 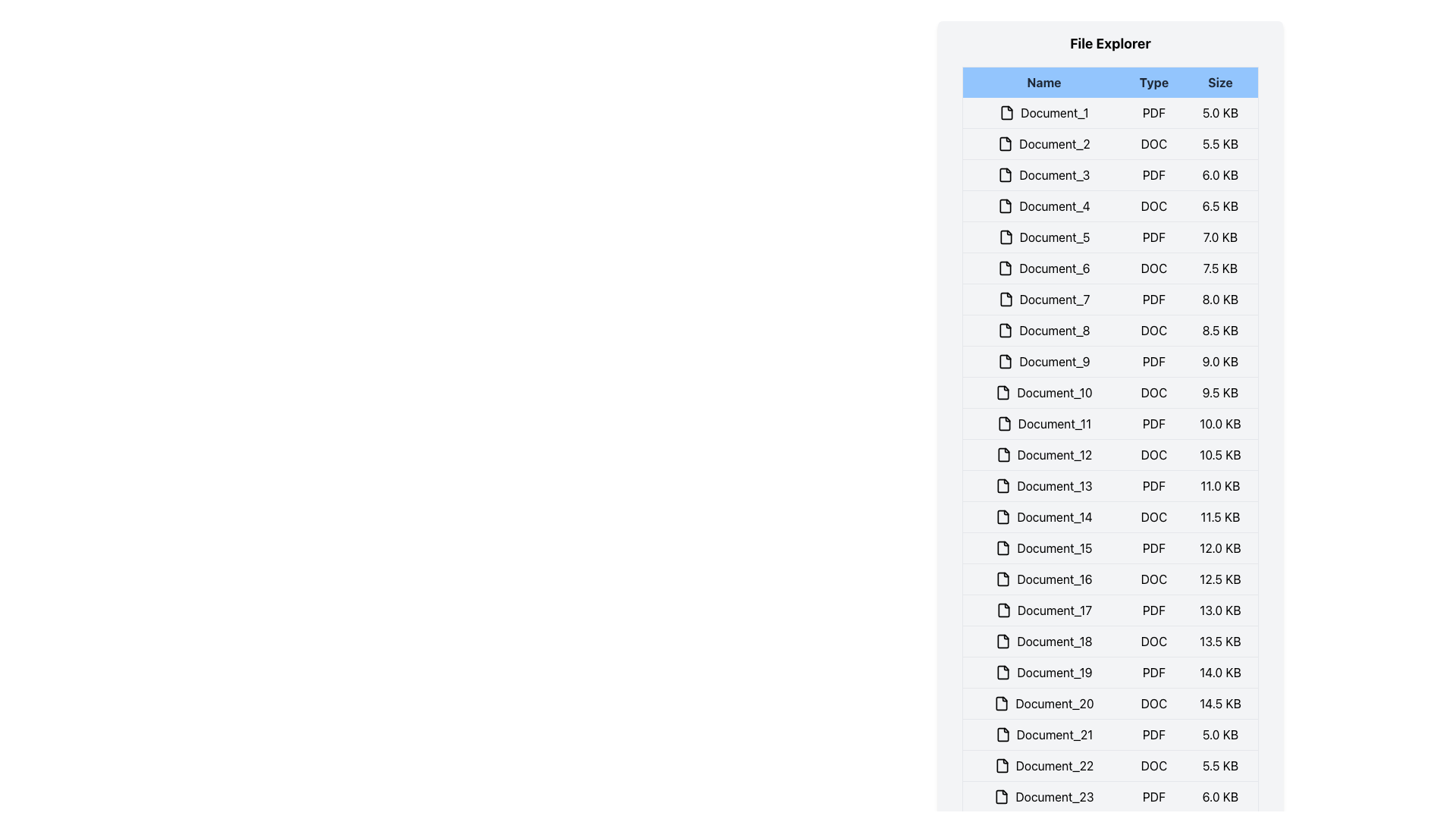 I want to click on the document icon located in the 'Document_13' row of the file explorer, so click(x=1003, y=485).